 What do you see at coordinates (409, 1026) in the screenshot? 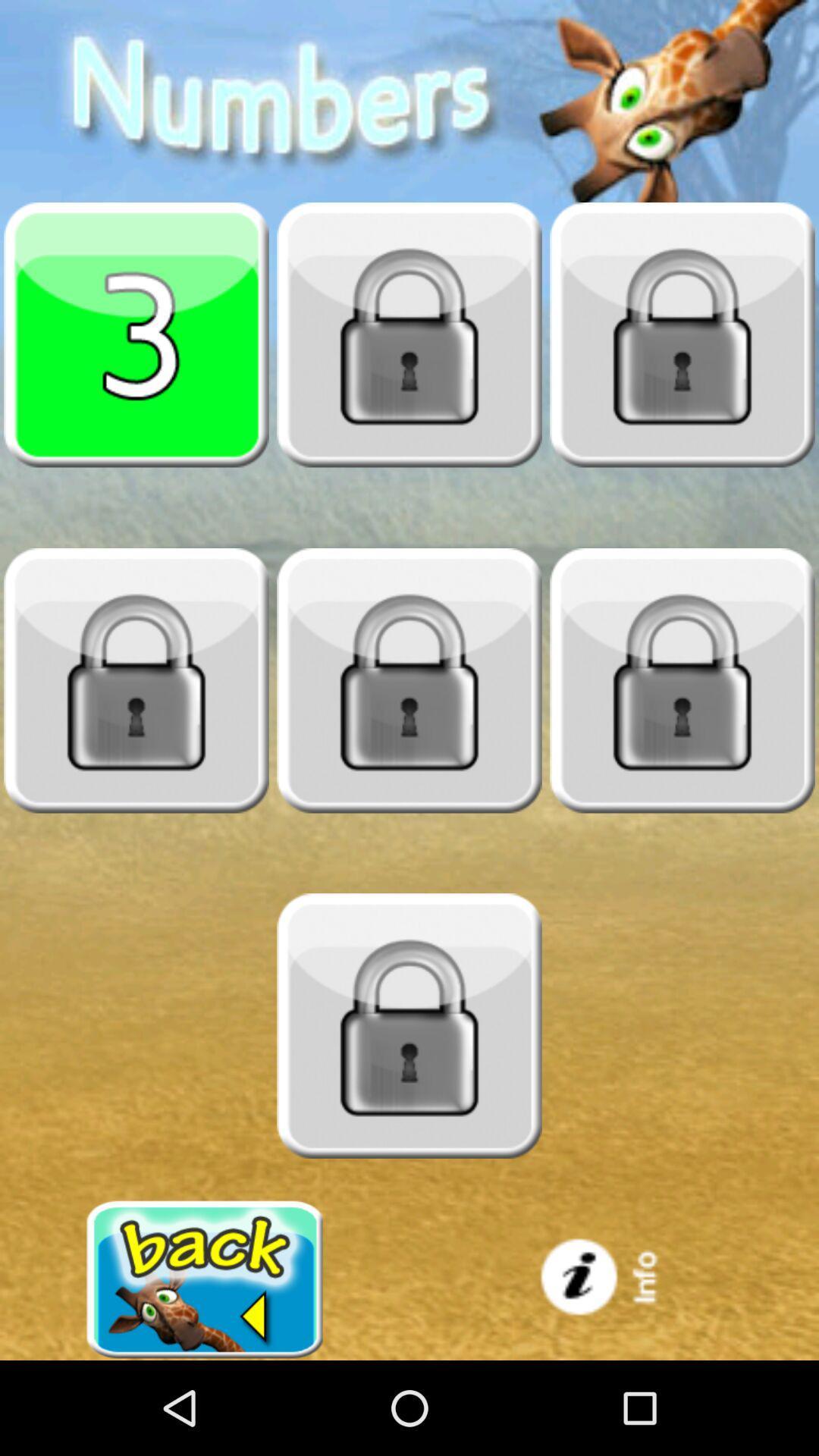
I see `locked` at bounding box center [409, 1026].